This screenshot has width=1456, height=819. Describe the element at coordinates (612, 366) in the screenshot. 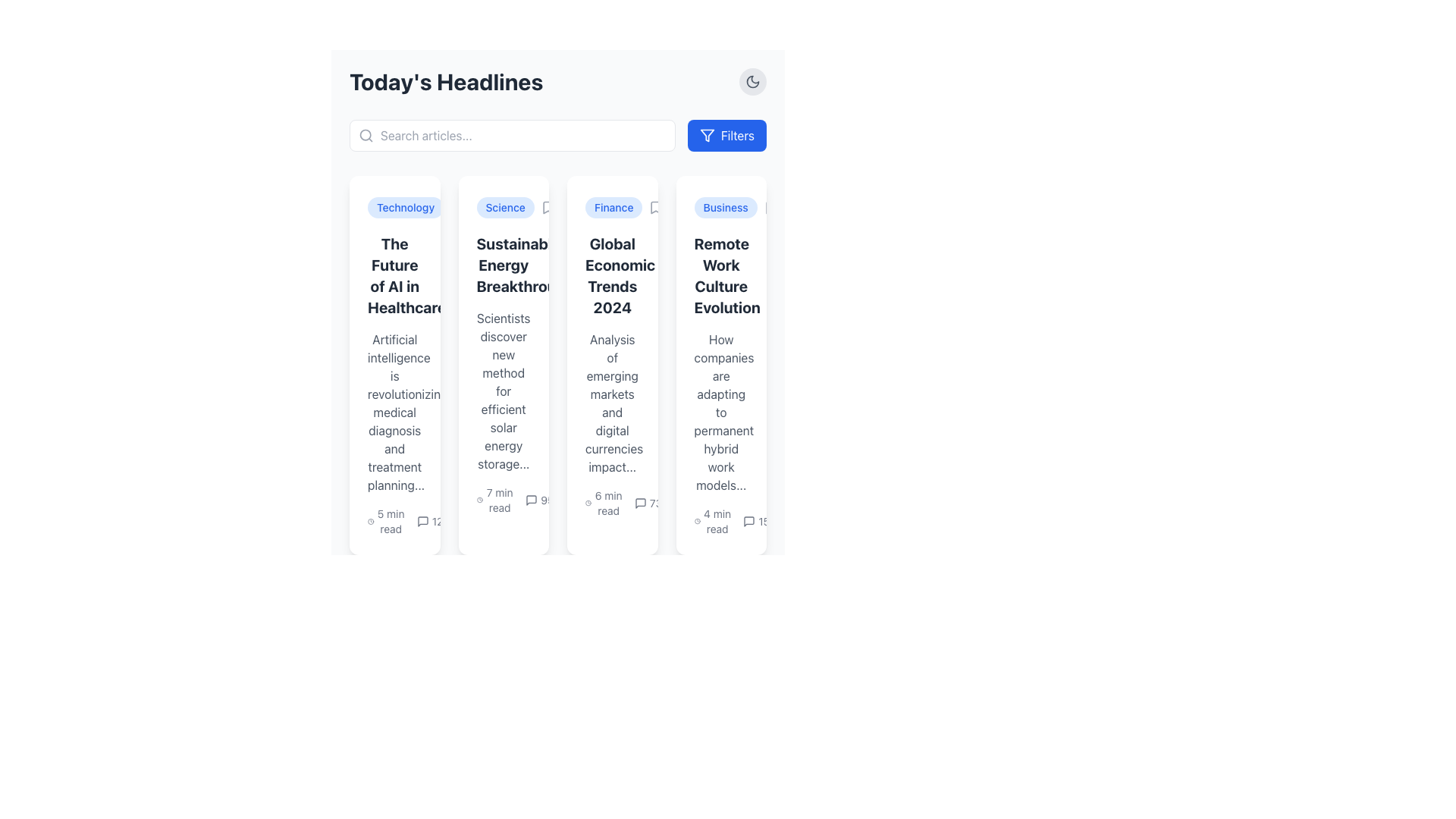

I see `the card titled 'Global Economic Trends 2024' located in the third column of the grid layout within the 'Today's Headlines' section` at that location.